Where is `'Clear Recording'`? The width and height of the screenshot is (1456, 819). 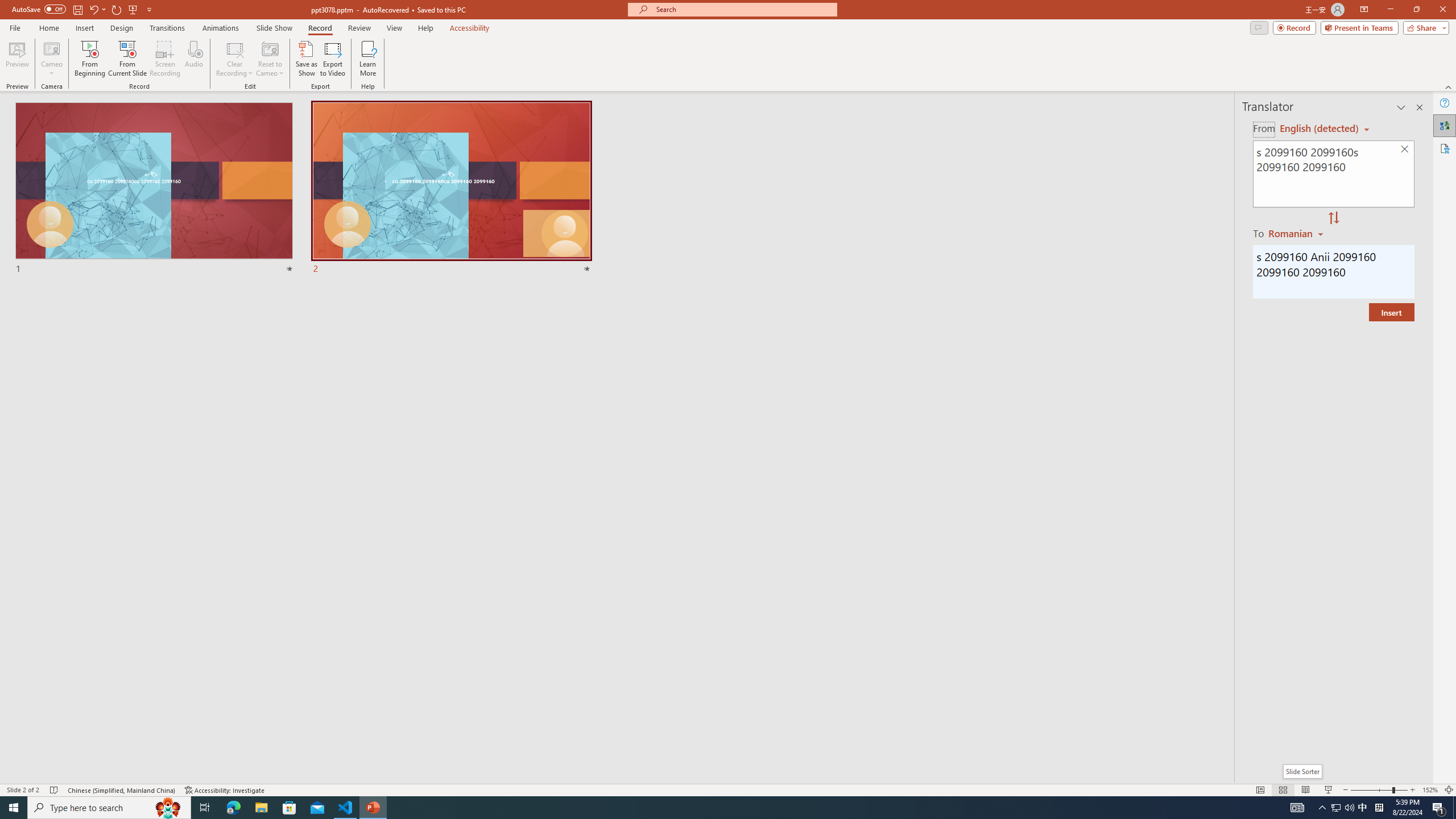
'Clear Recording' is located at coordinates (234, 59).